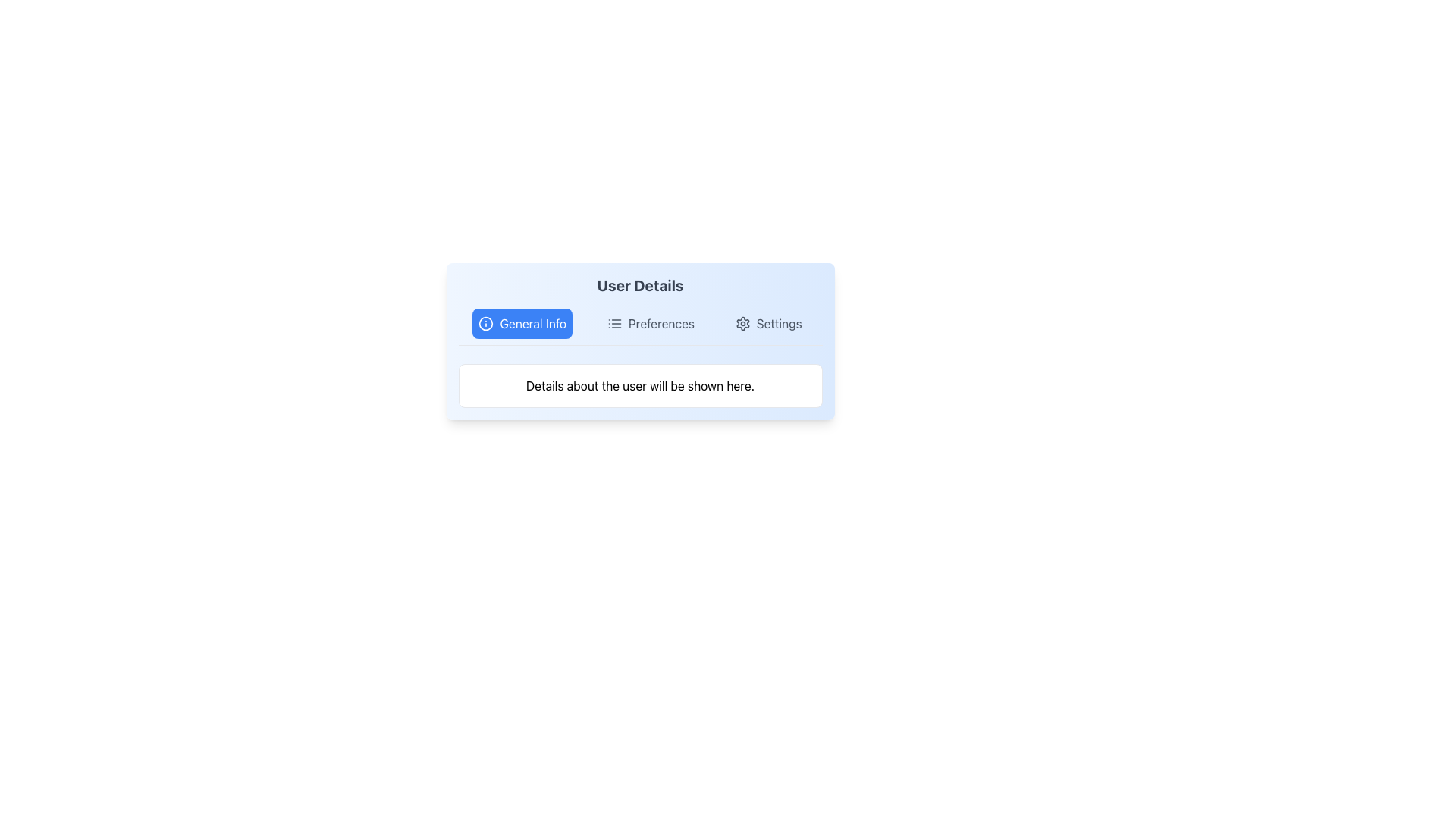 The width and height of the screenshot is (1456, 819). Describe the element at coordinates (651, 323) in the screenshot. I see `the second button under 'User Details'` at that location.